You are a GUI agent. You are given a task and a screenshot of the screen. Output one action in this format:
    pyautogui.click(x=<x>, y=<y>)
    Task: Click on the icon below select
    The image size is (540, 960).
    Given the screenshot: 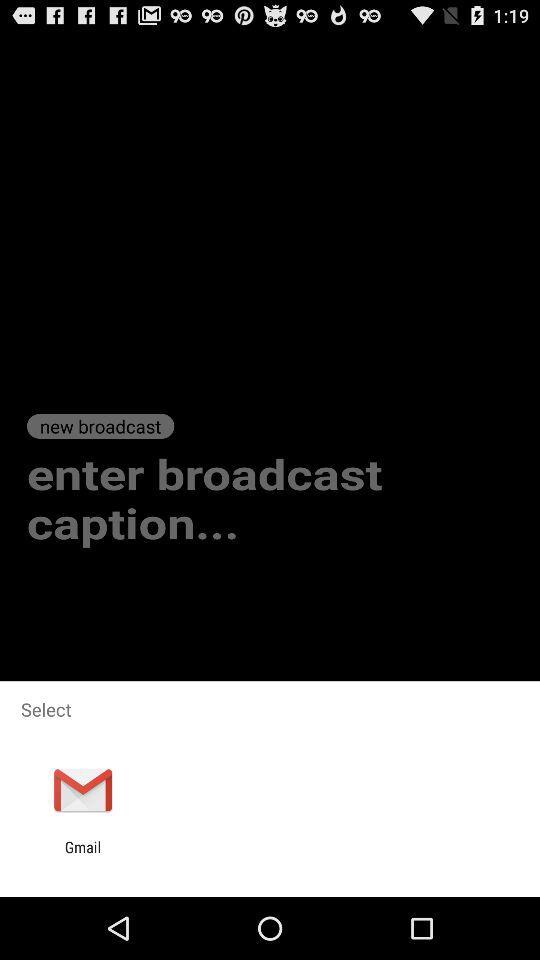 What is the action you would take?
    pyautogui.click(x=82, y=790)
    